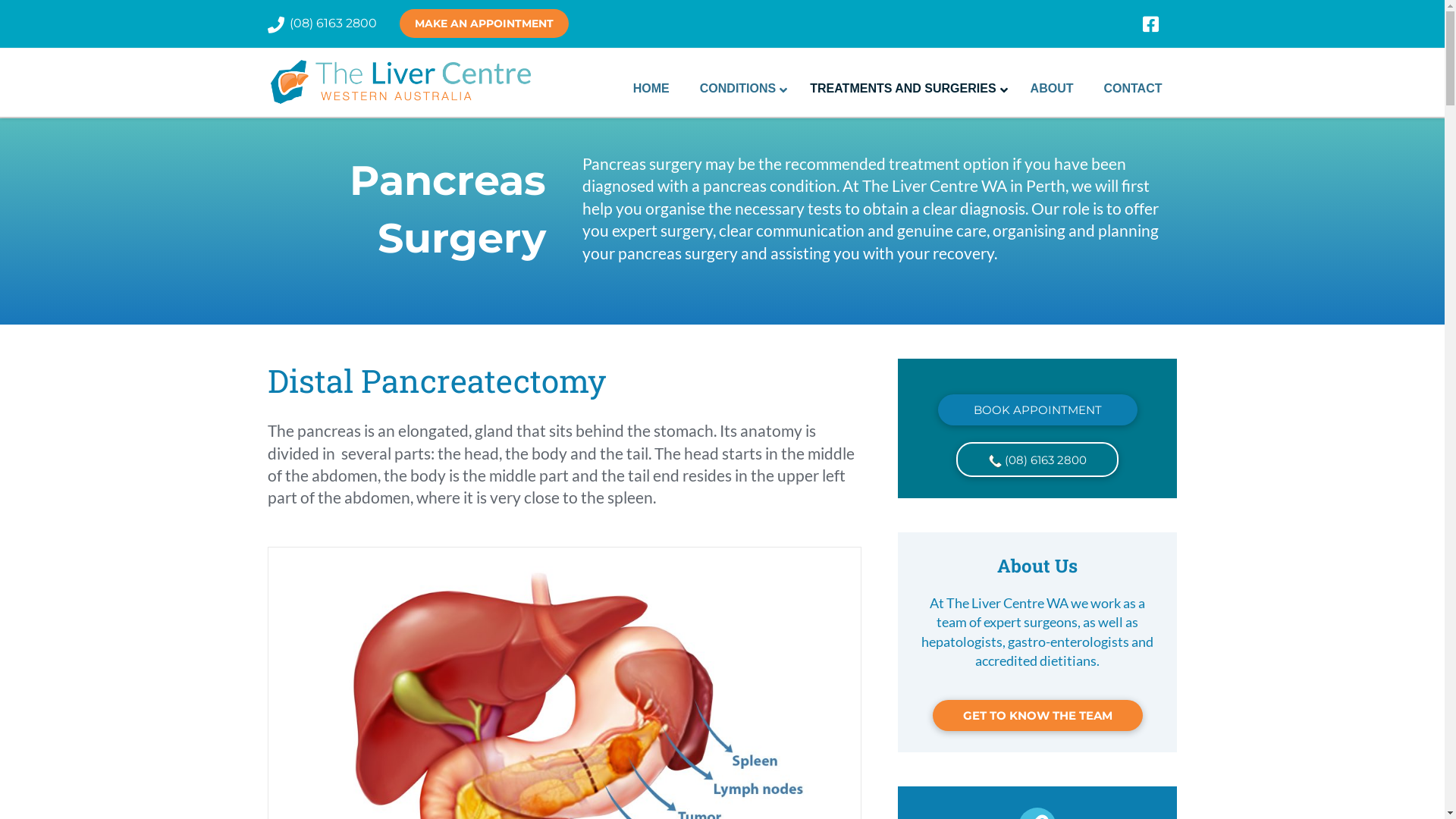  Describe the element at coordinates (651, 88) in the screenshot. I see `'HOME'` at that location.